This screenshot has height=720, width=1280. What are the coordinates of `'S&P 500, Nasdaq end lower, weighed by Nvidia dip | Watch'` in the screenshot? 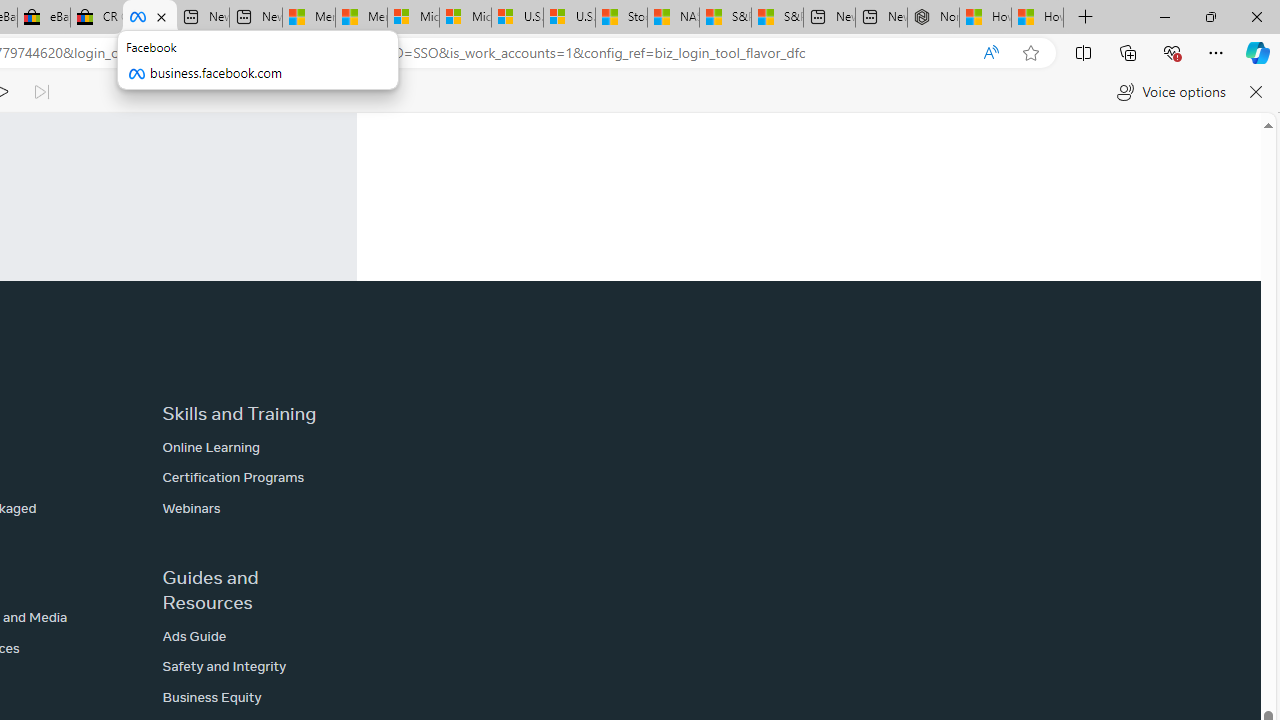 It's located at (775, 17).